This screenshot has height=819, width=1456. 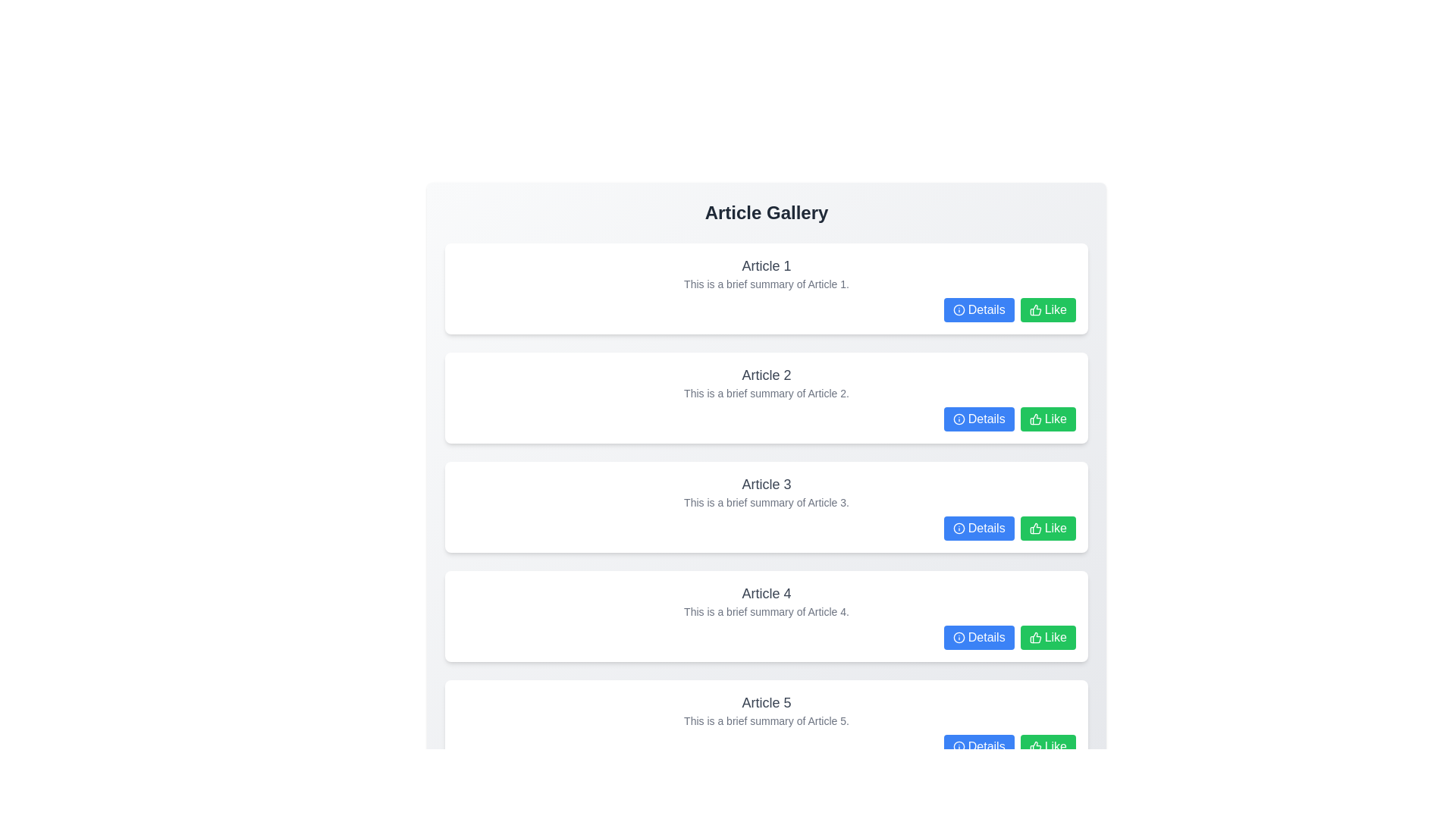 What do you see at coordinates (1034, 528) in the screenshot?
I see `the thumbs-up icon with a green background adjacent to the text 'Like' in the button for 'Article 4' to give a like` at bounding box center [1034, 528].